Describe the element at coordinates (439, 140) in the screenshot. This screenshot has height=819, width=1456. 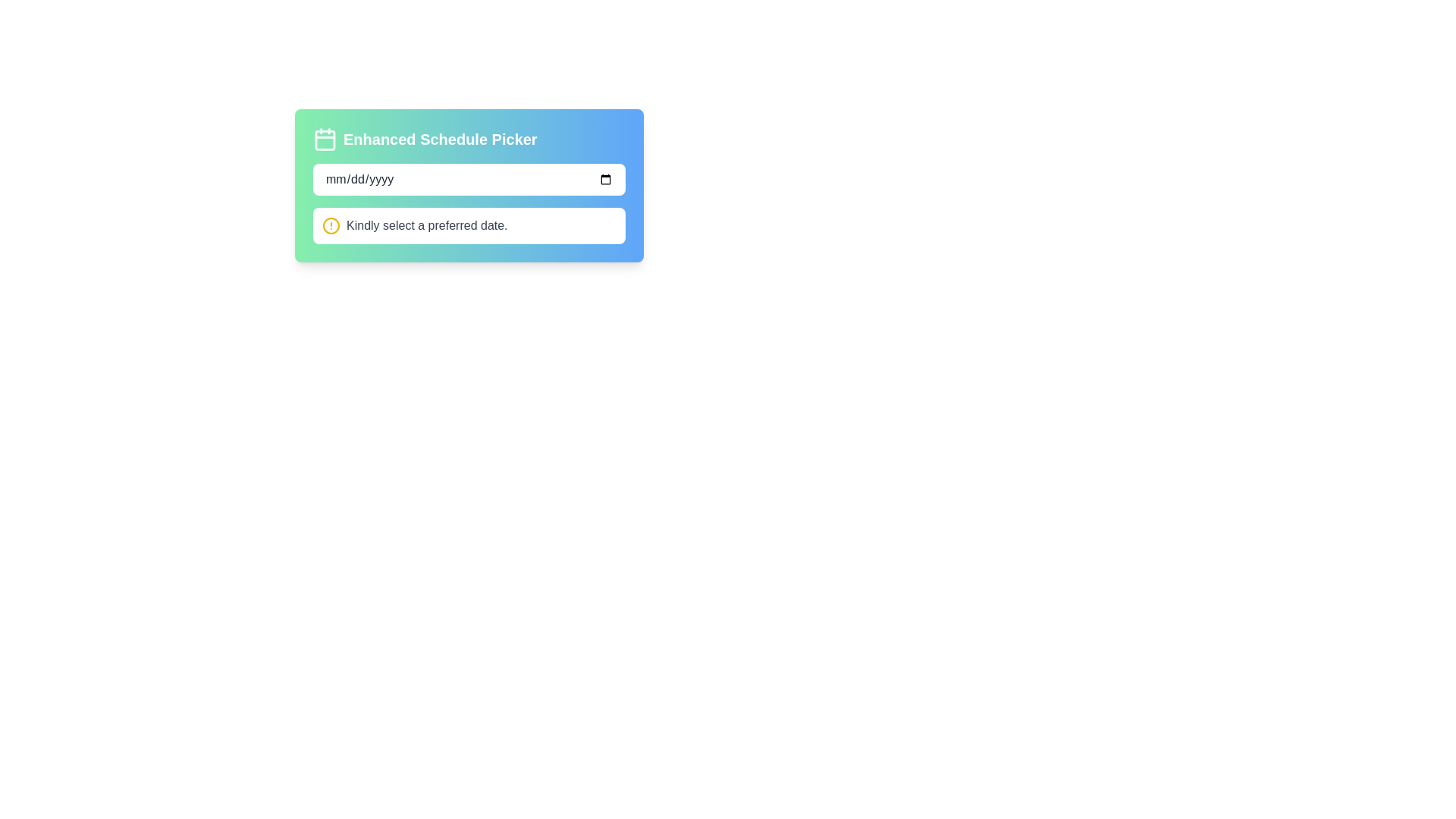
I see `the Text Label that serves as a header for the section, positioned near the top of the panel to the right of the calendar-like icon` at that location.